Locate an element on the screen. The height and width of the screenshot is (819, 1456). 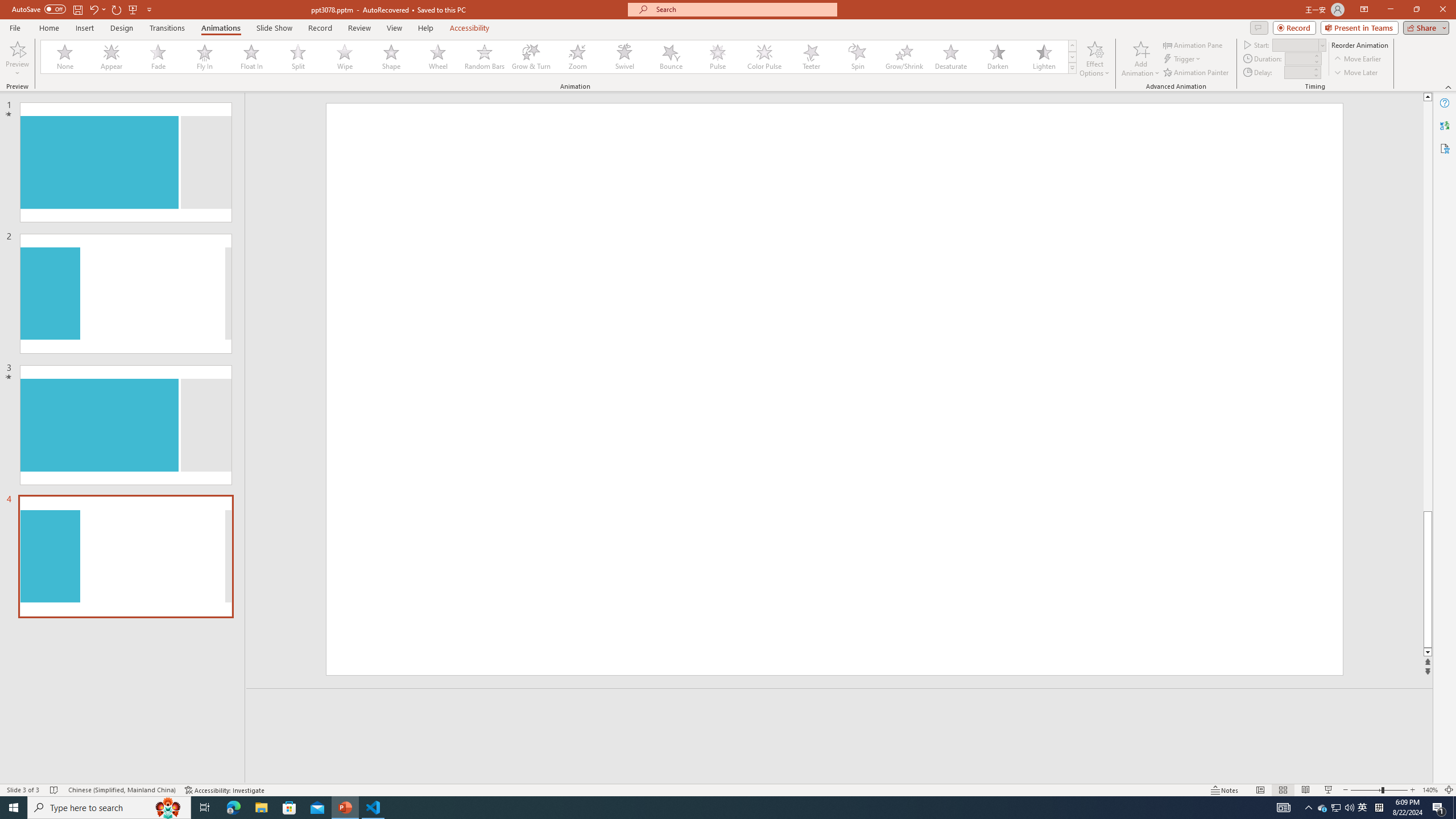
'Animation Pane' is located at coordinates (1194, 44).